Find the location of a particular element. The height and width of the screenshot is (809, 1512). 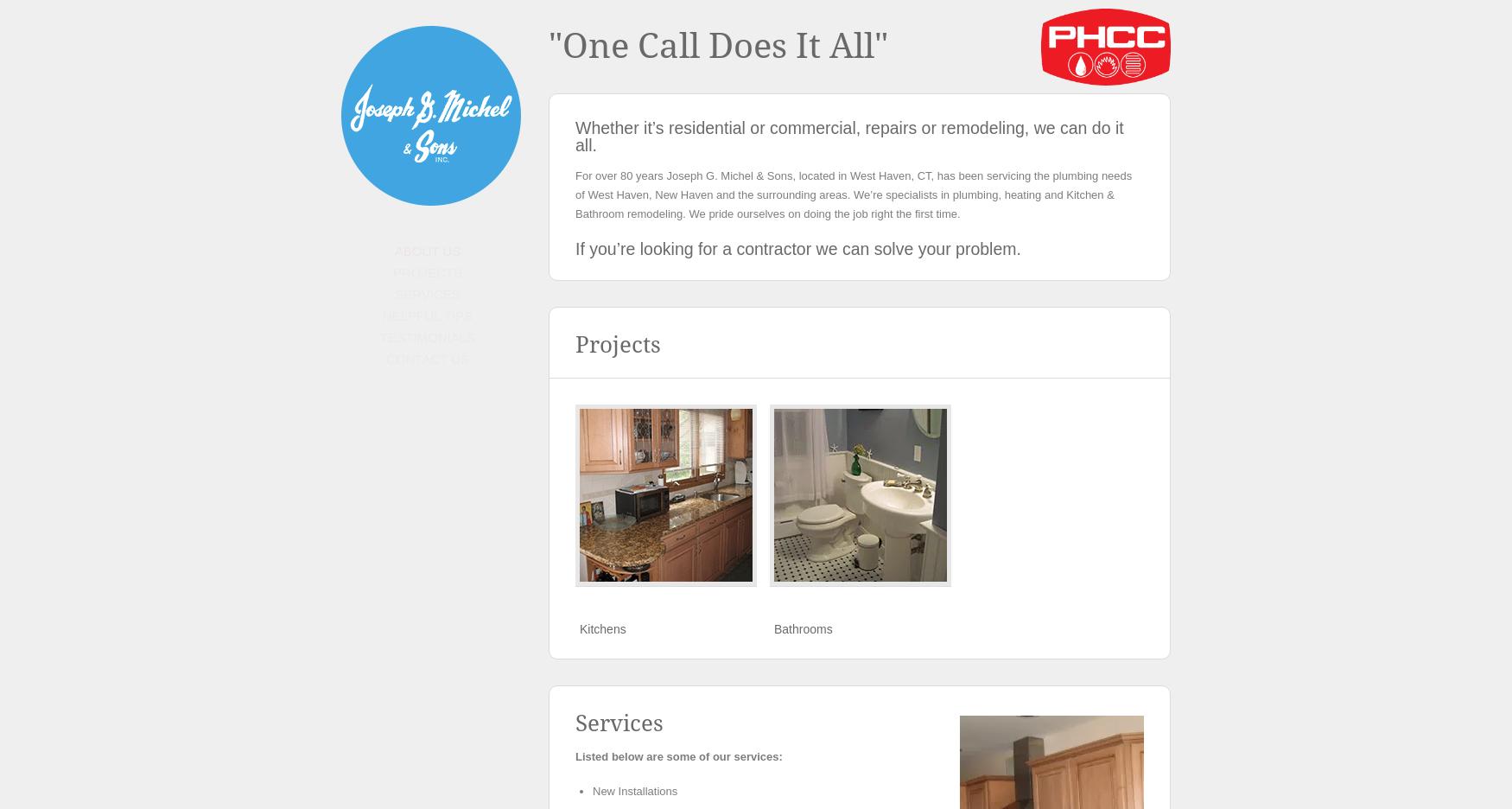

'Whether it’s residential or commercial, repairs or remodeling, we can do it all.' is located at coordinates (848, 135).